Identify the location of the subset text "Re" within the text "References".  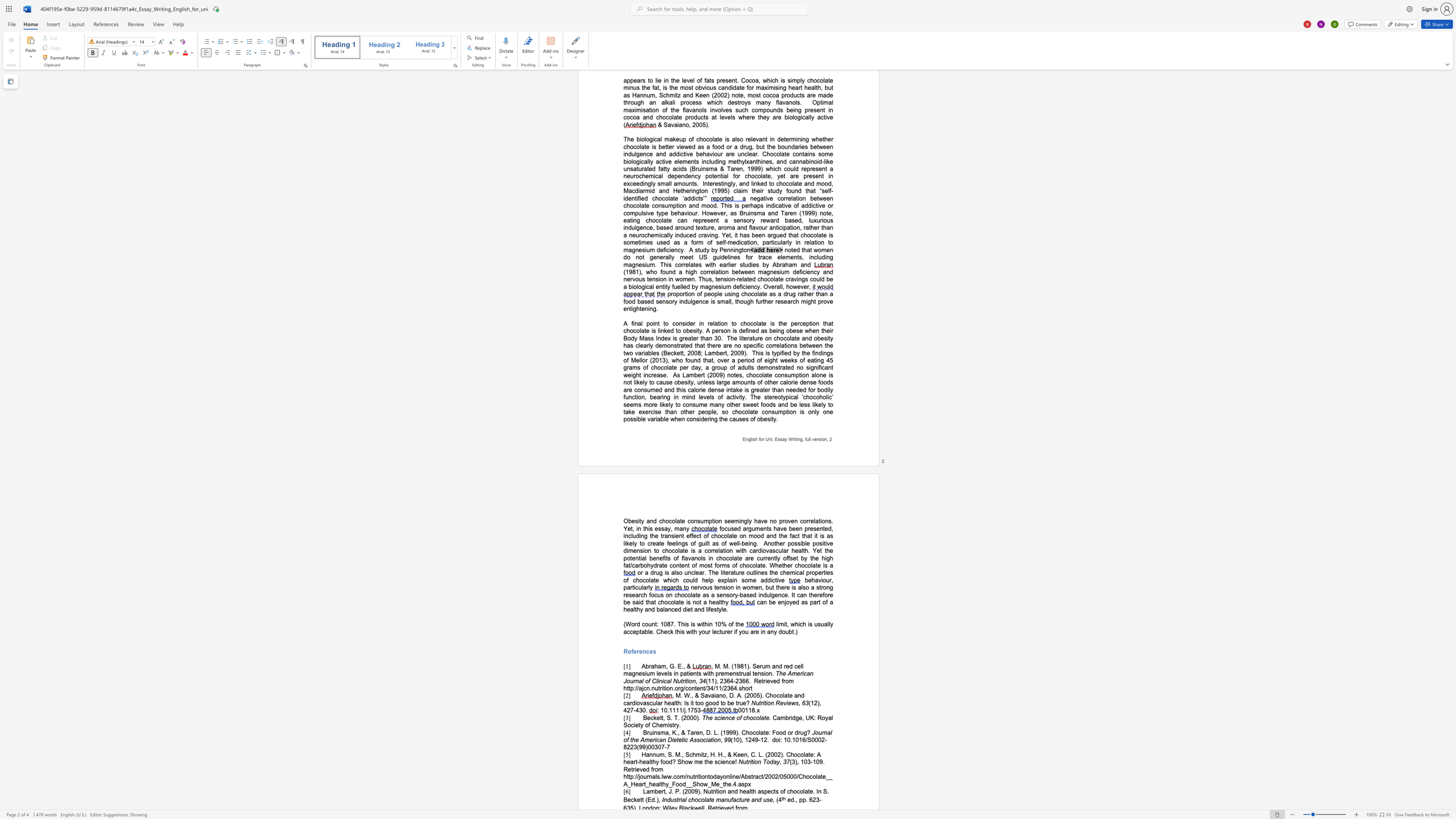
(623, 651).